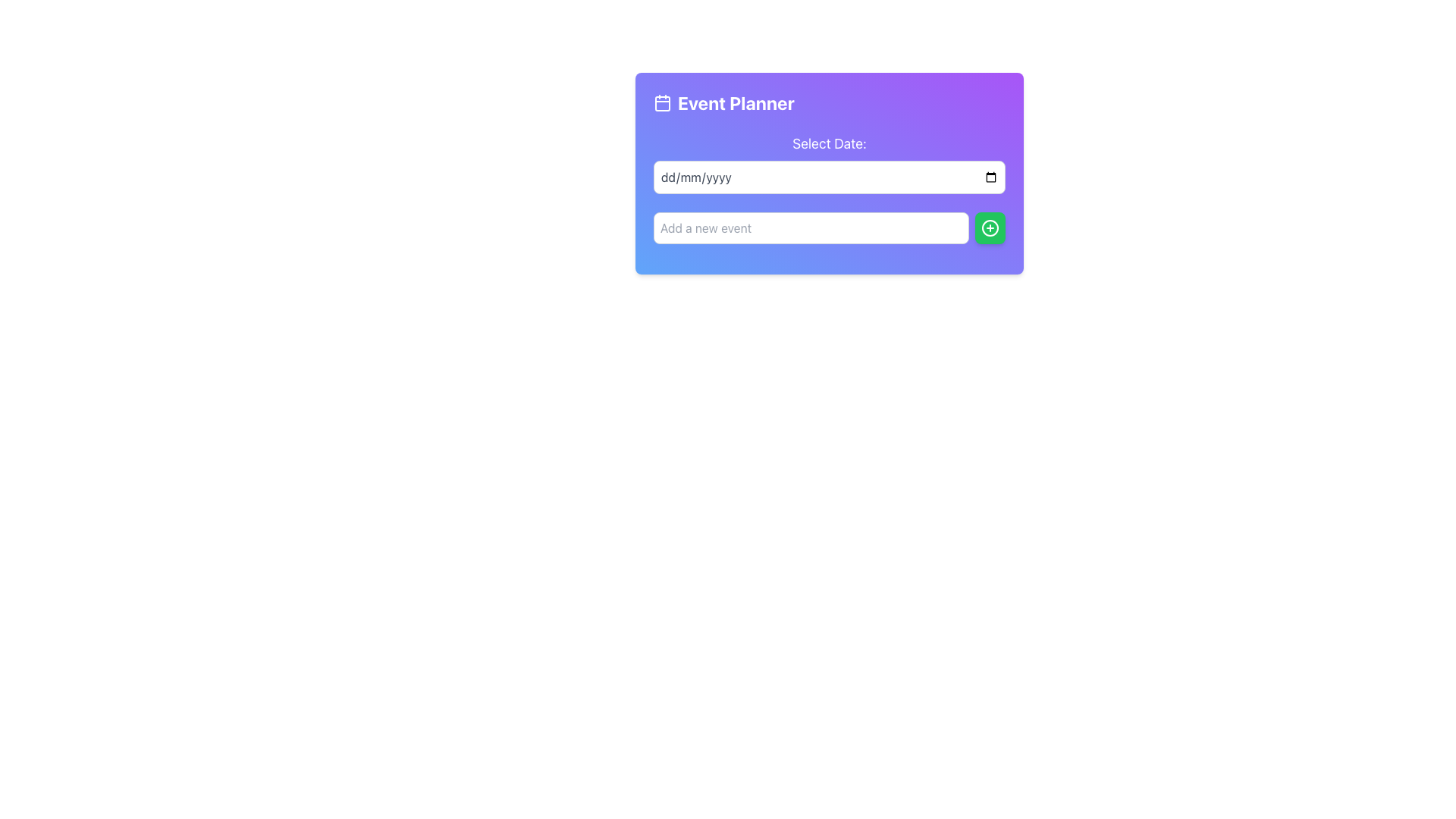 This screenshot has width=1456, height=819. What do you see at coordinates (829, 164) in the screenshot?
I see `the input field for date selection located below the 'Event Planner' title and above the 'Add a new event' input bar within a gradient card` at bounding box center [829, 164].